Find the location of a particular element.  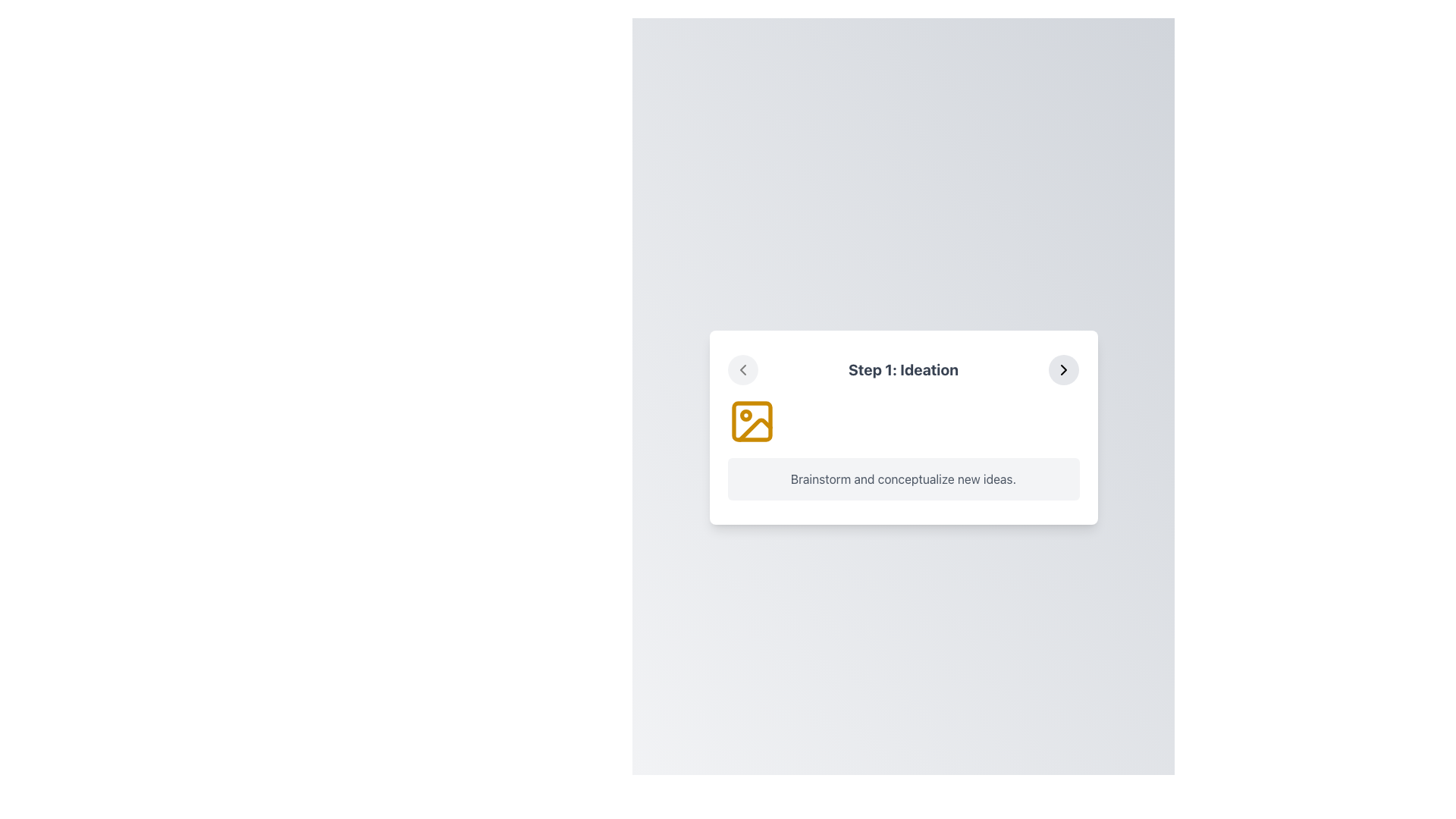

the small circular SVG graphic element located at the center of the icon within the card titled 'Step 1: Ideation' is located at coordinates (745, 415).